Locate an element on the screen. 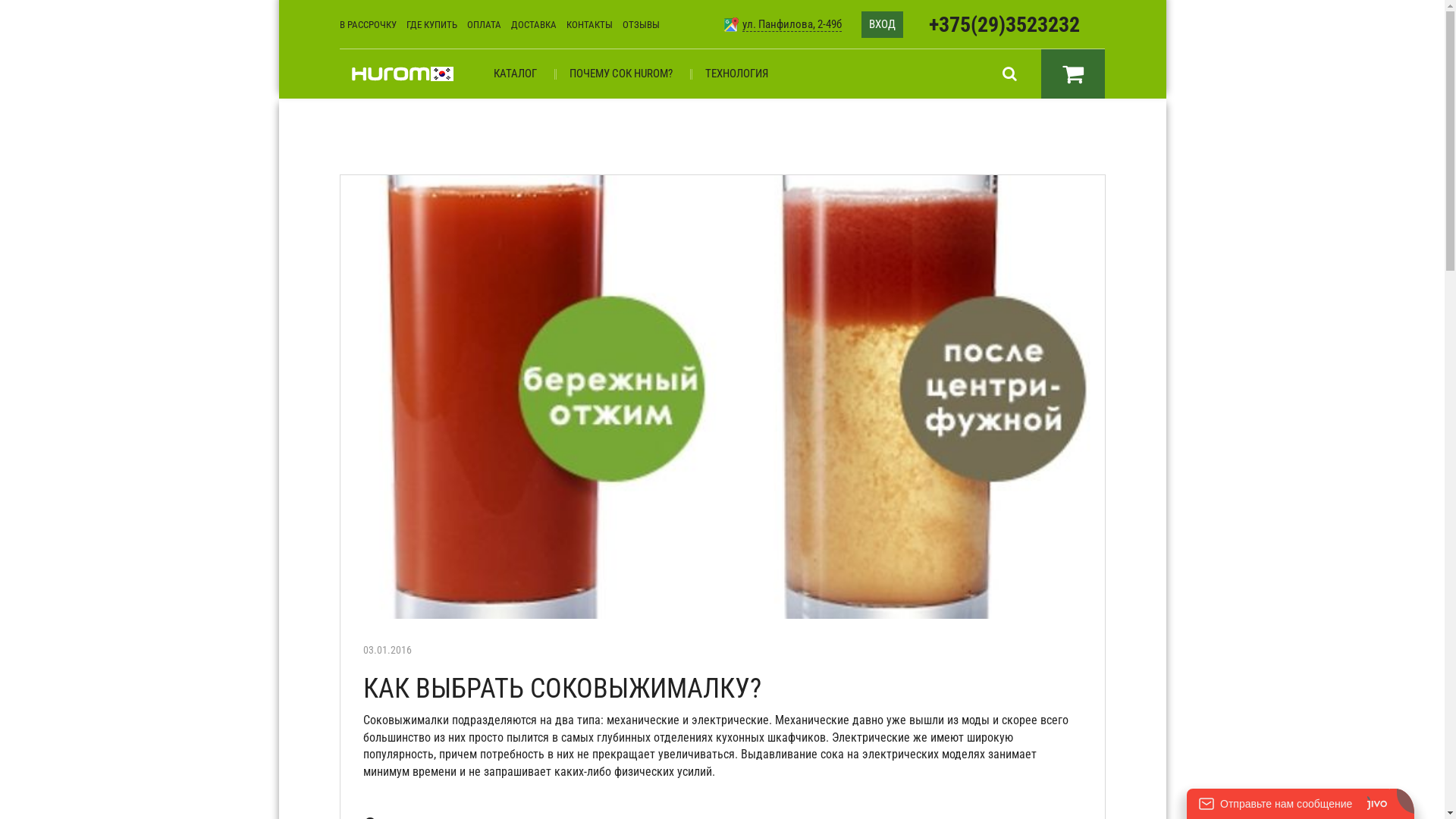 This screenshot has height=819, width=1456. '+375(29)3523232' is located at coordinates (927, 24).